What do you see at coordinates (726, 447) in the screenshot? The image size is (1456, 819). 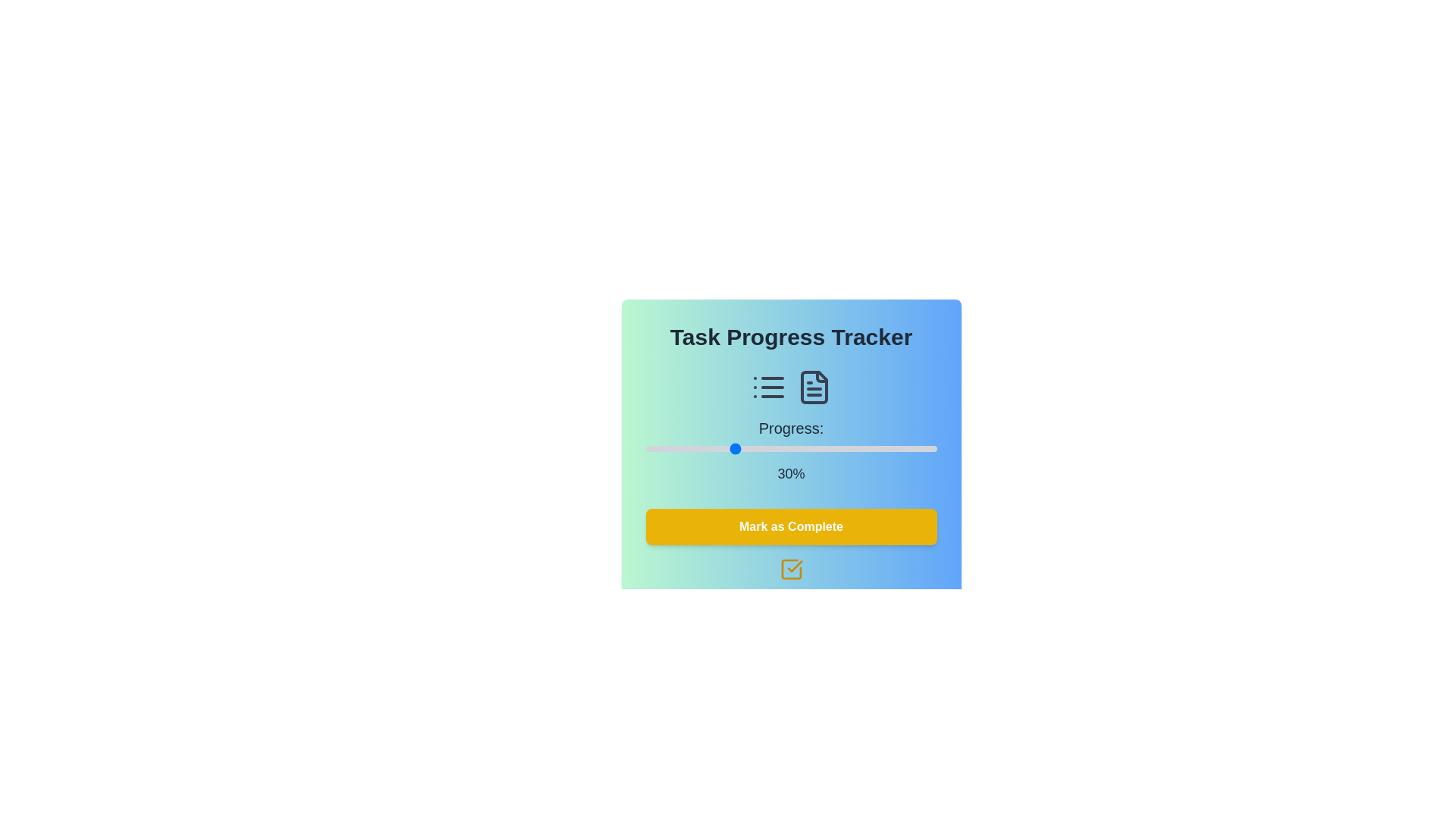 I see `the slider to set the progress to 28%` at bounding box center [726, 447].